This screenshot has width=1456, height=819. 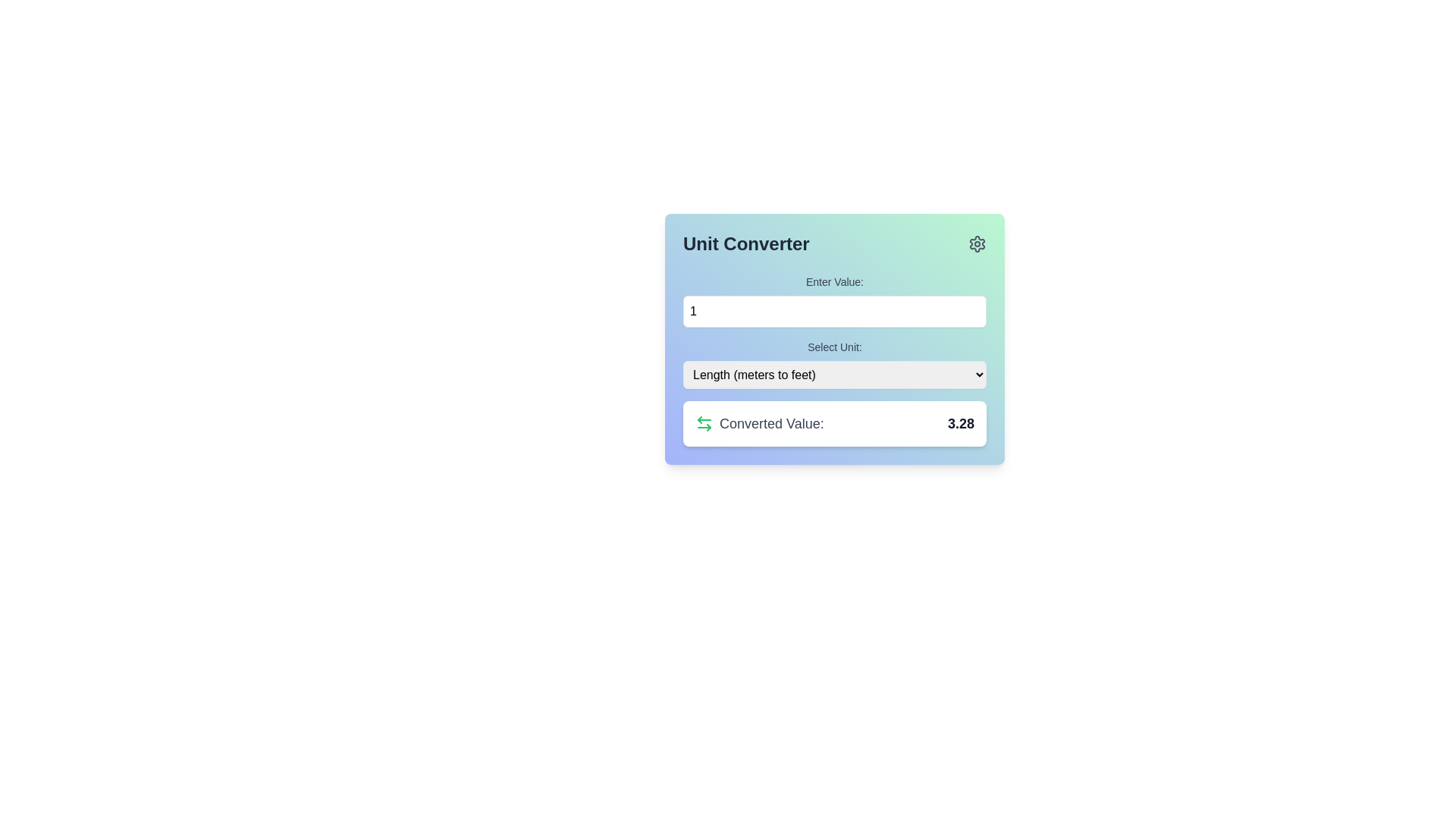 What do you see at coordinates (746, 243) in the screenshot?
I see `the 'Unit Converter' text label, which is a bold, large font label with dark gray color at the top of the user interface panel` at bounding box center [746, 243].